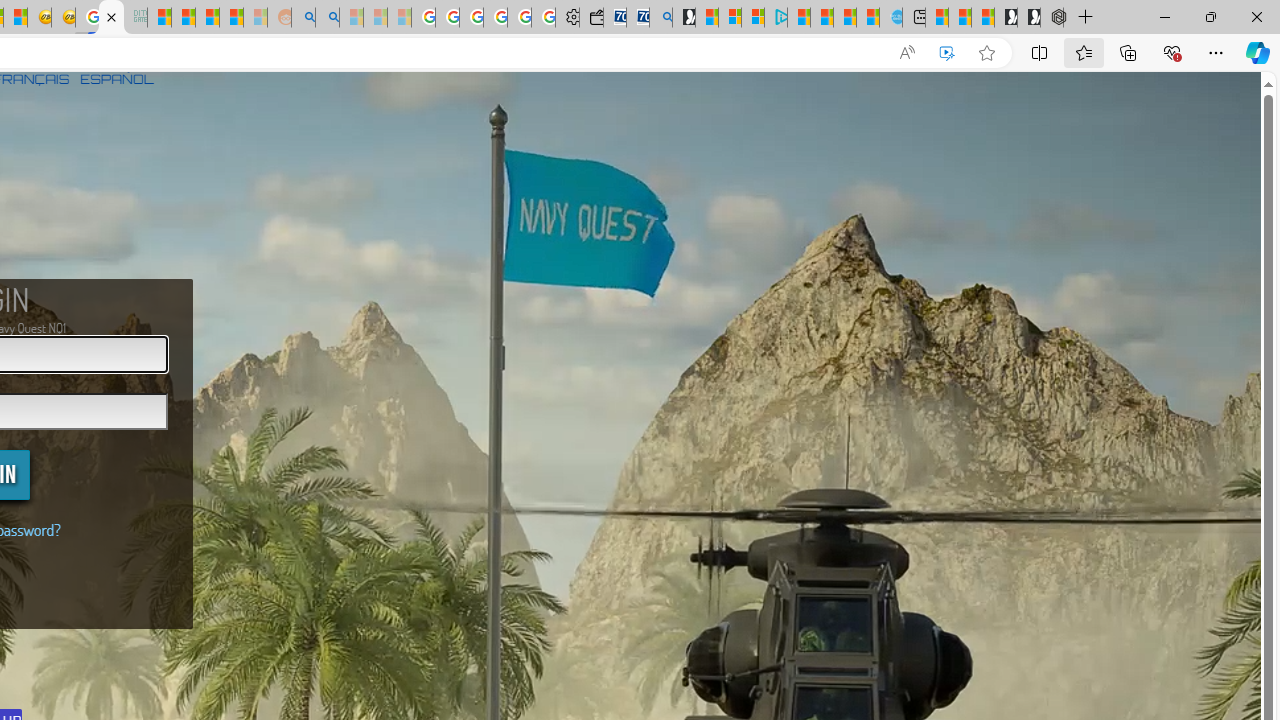 This screenshot has width=1280, height=720. I want to click on 'Home | Sky Blue Bikes - Sky Blue Bikes', so click(889, 17).